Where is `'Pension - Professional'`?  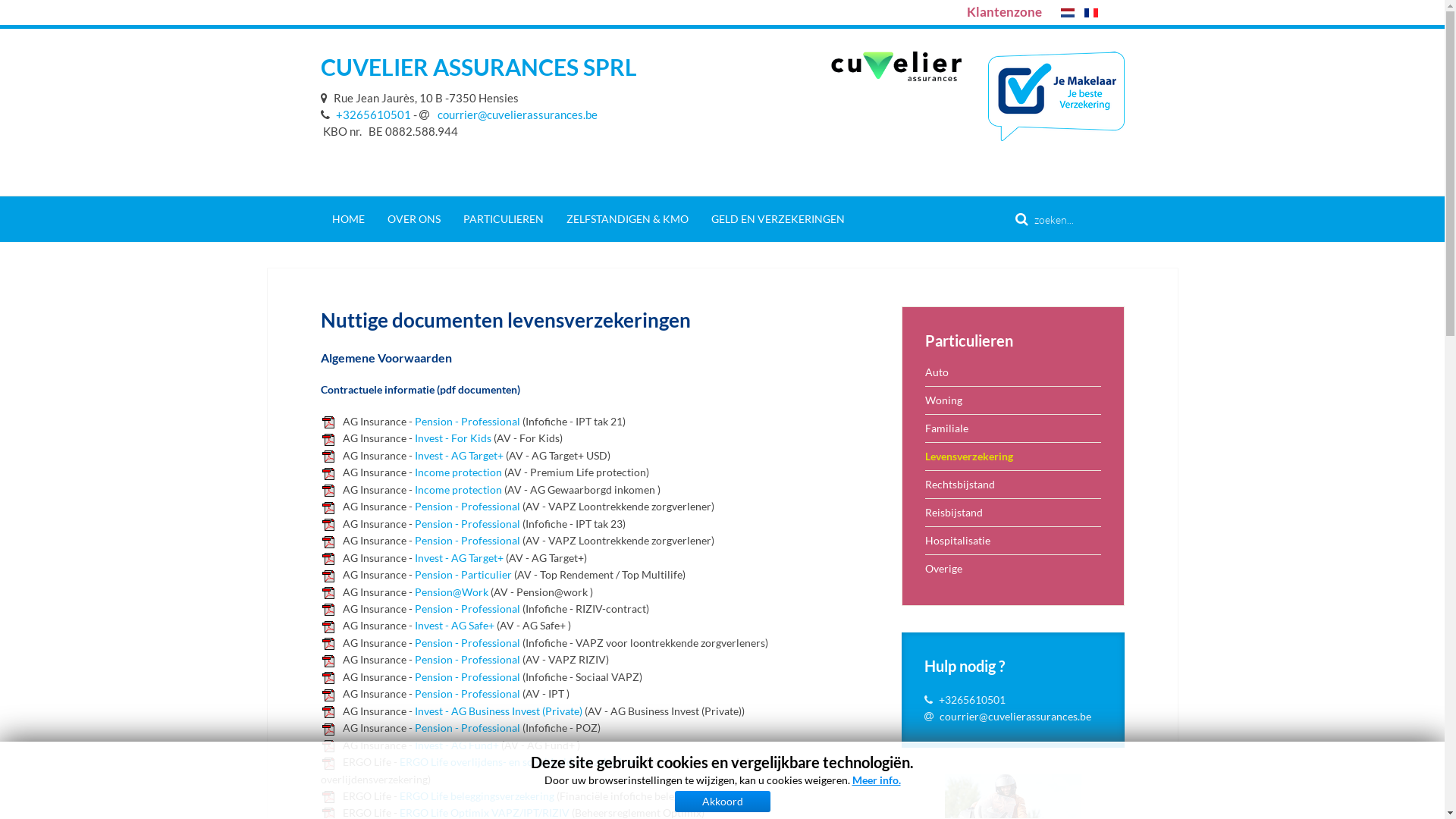 'Pension - Professional' is located at coordinates (466, 539).